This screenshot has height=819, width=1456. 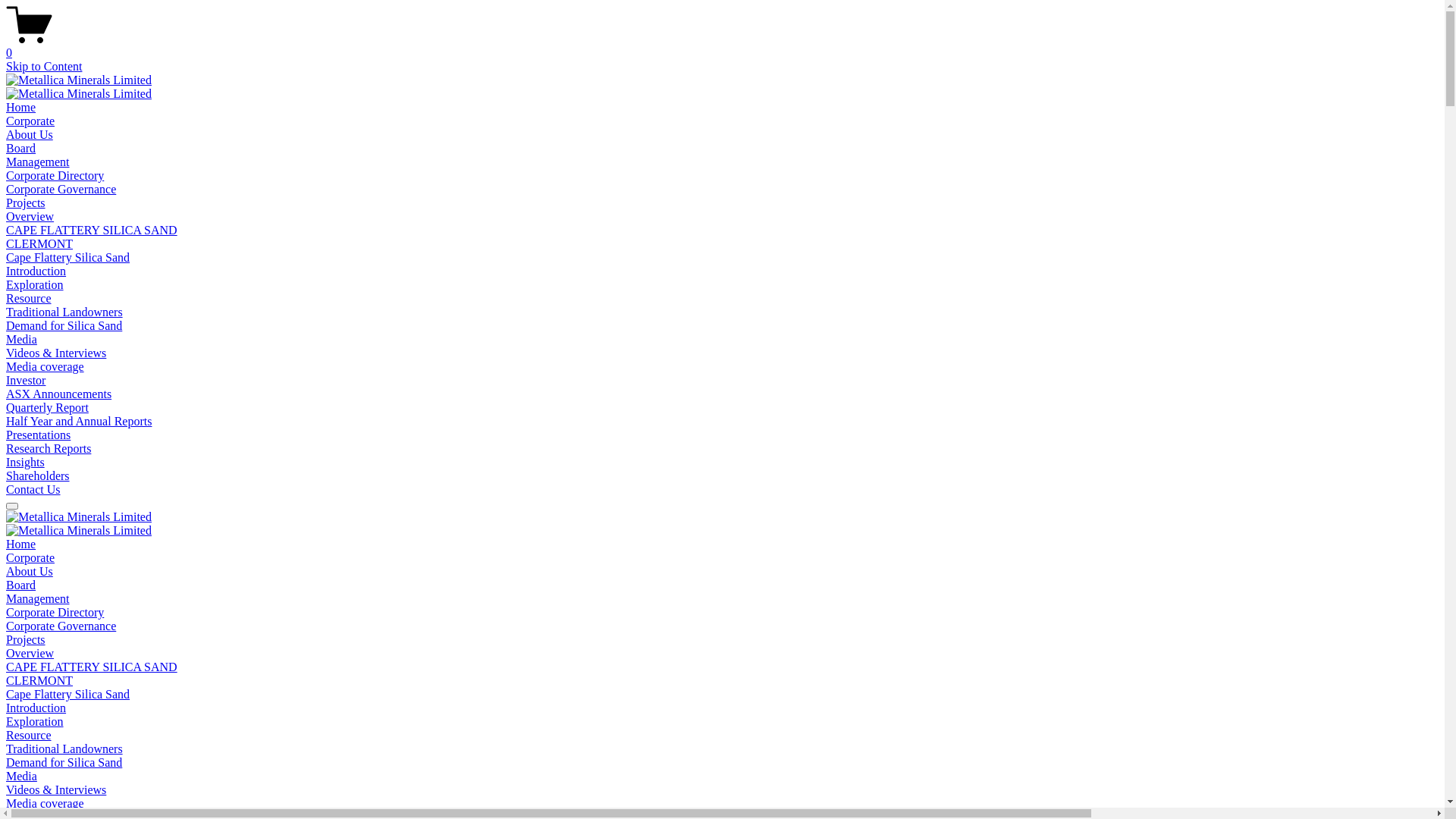 What do you see at coordinates (30, 216) in the screenshot?
I see `'Overview'` at bounding box center [30, 216].